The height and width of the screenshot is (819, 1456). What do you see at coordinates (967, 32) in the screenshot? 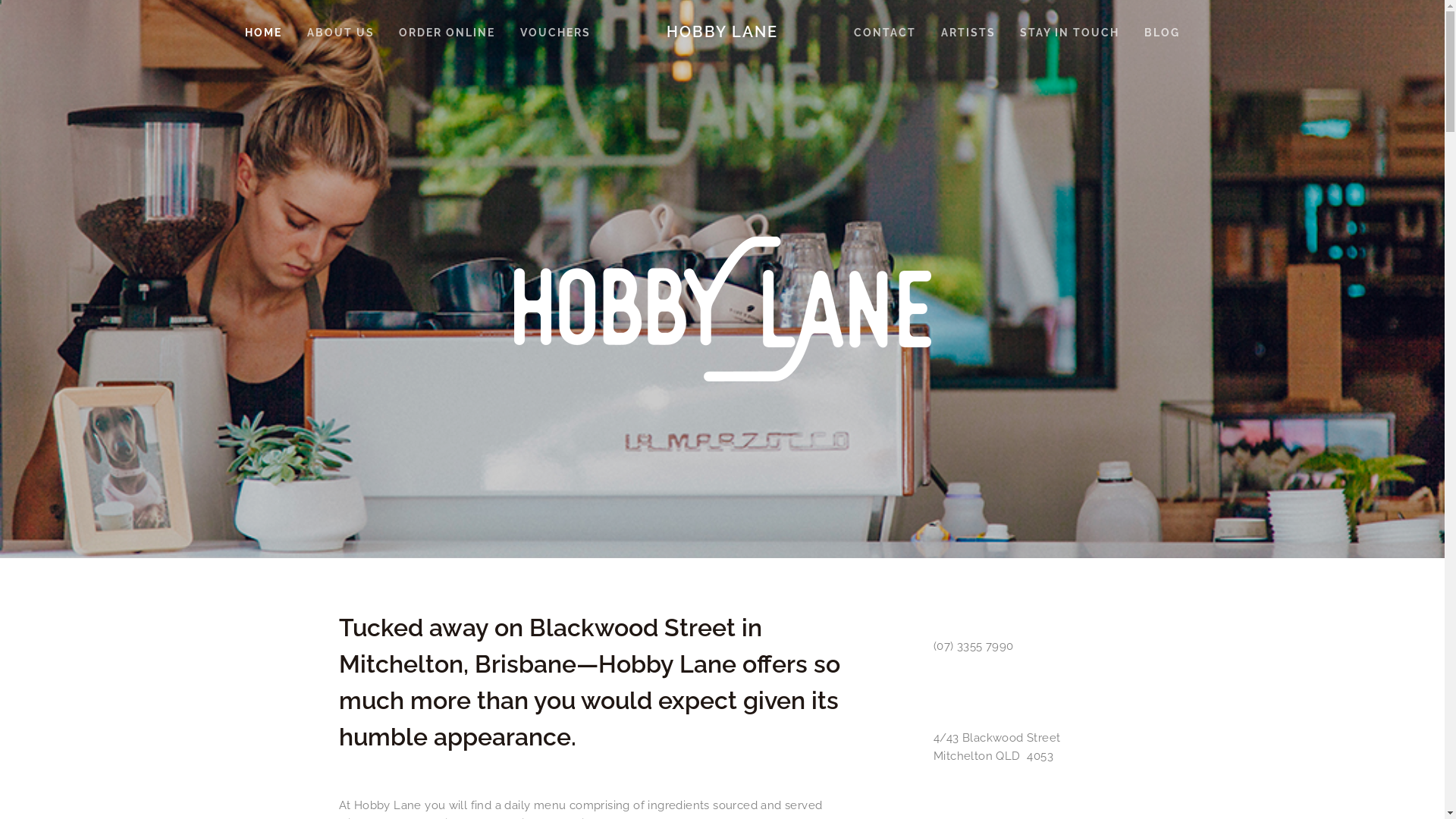
I see `'ARTISTS'` at bounding box center [967, 32].